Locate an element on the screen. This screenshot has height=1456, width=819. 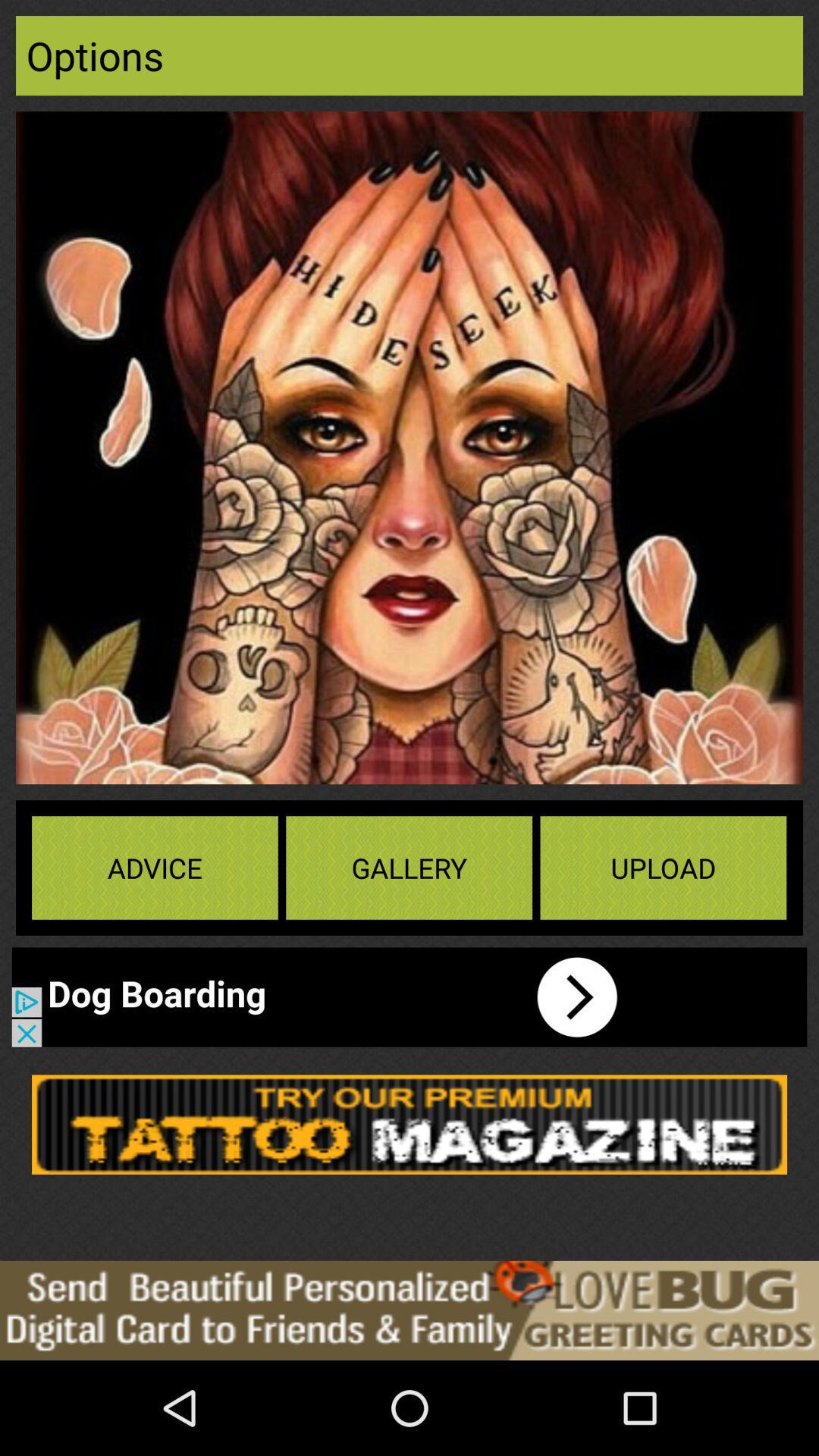
advertising is located at coordinates (409, 1310).